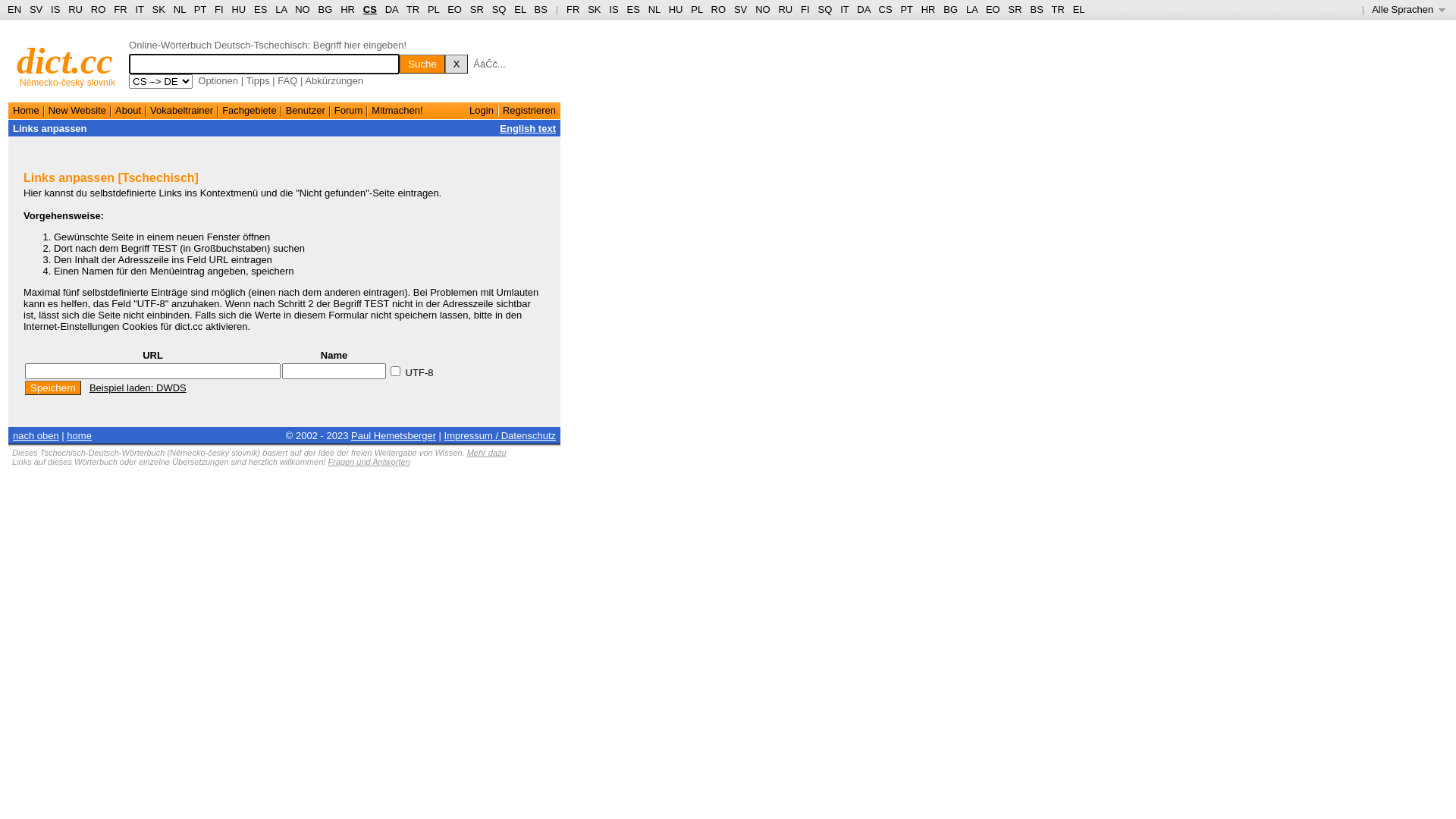  What do you see at coordinates (199, 9) in the screenshot?
I see `'PT'` at bounding box center [199, 9].